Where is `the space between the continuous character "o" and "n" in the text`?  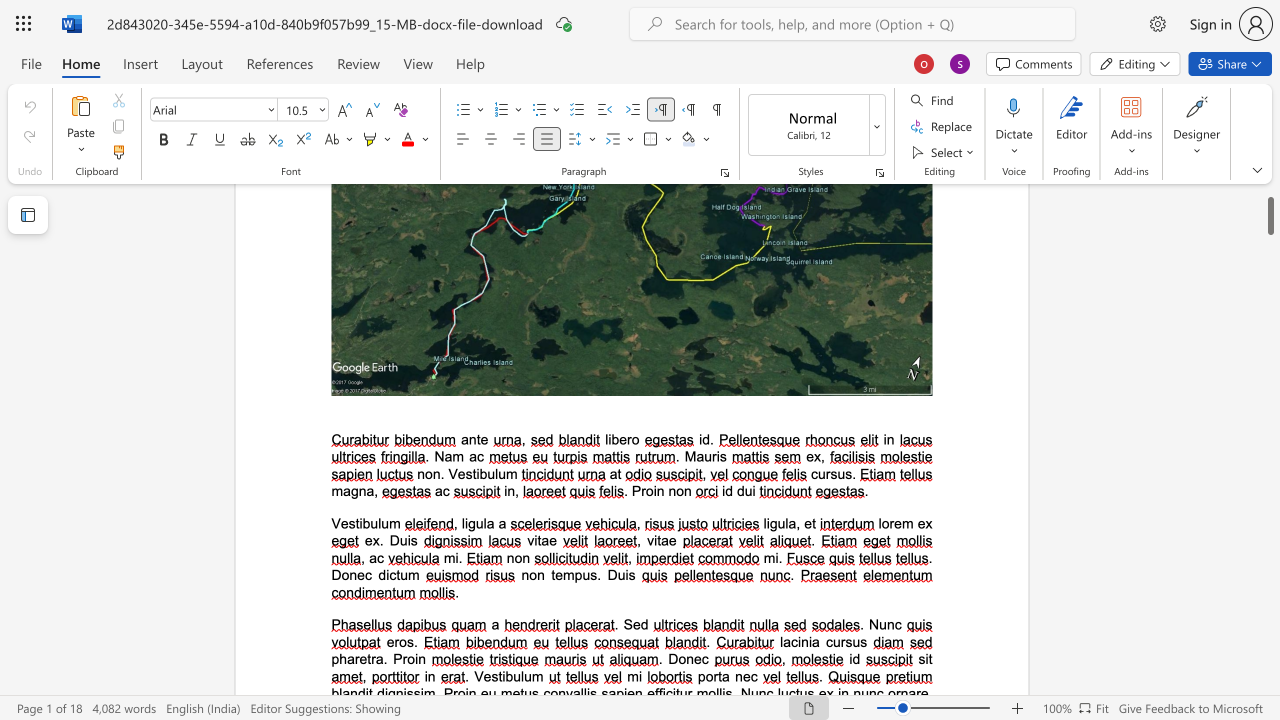
the space between the continuous character "o" and "n" in the text is located at coordinates (684, 491).